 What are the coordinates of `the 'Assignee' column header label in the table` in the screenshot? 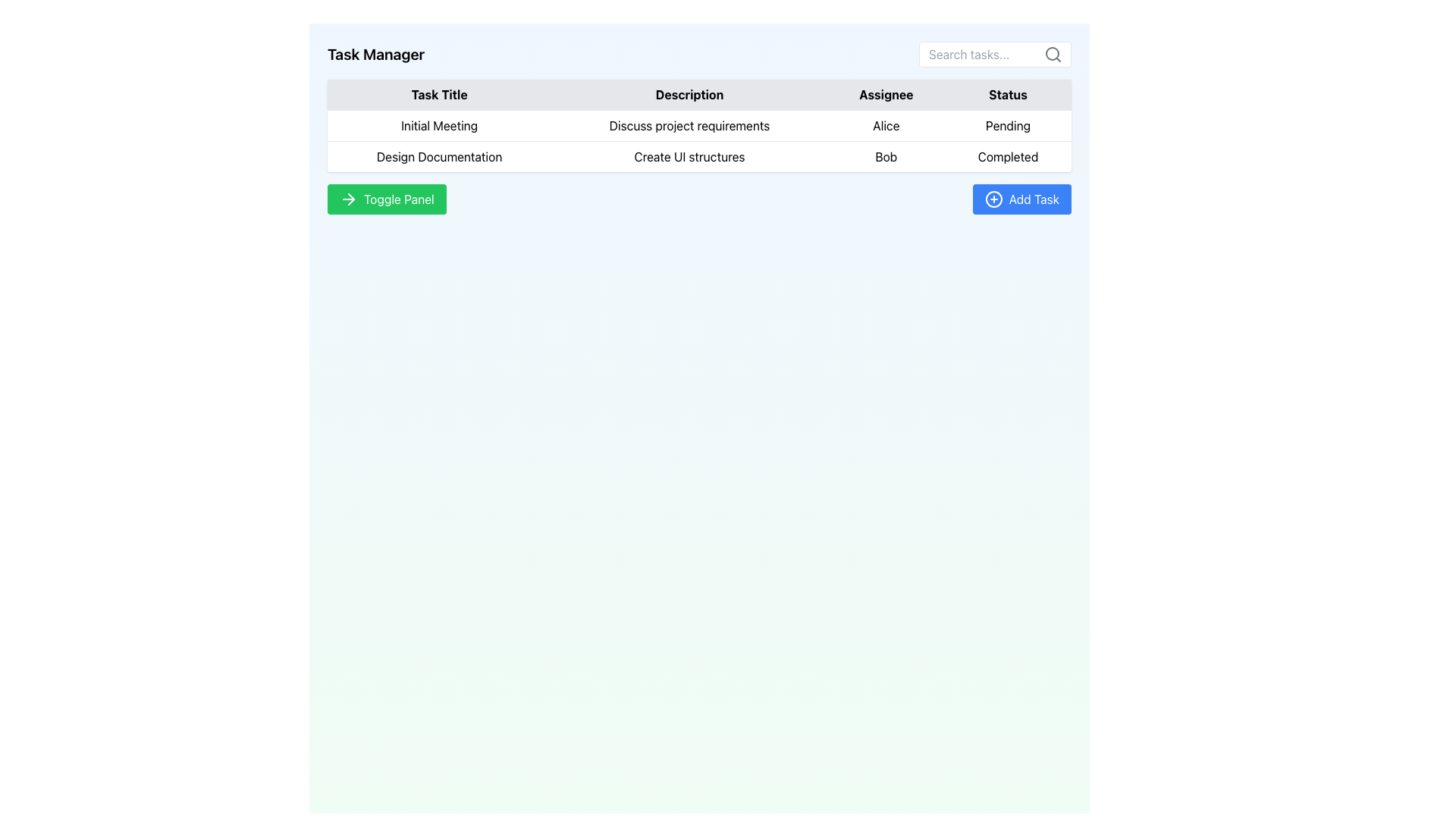 It's located at (886, 95).